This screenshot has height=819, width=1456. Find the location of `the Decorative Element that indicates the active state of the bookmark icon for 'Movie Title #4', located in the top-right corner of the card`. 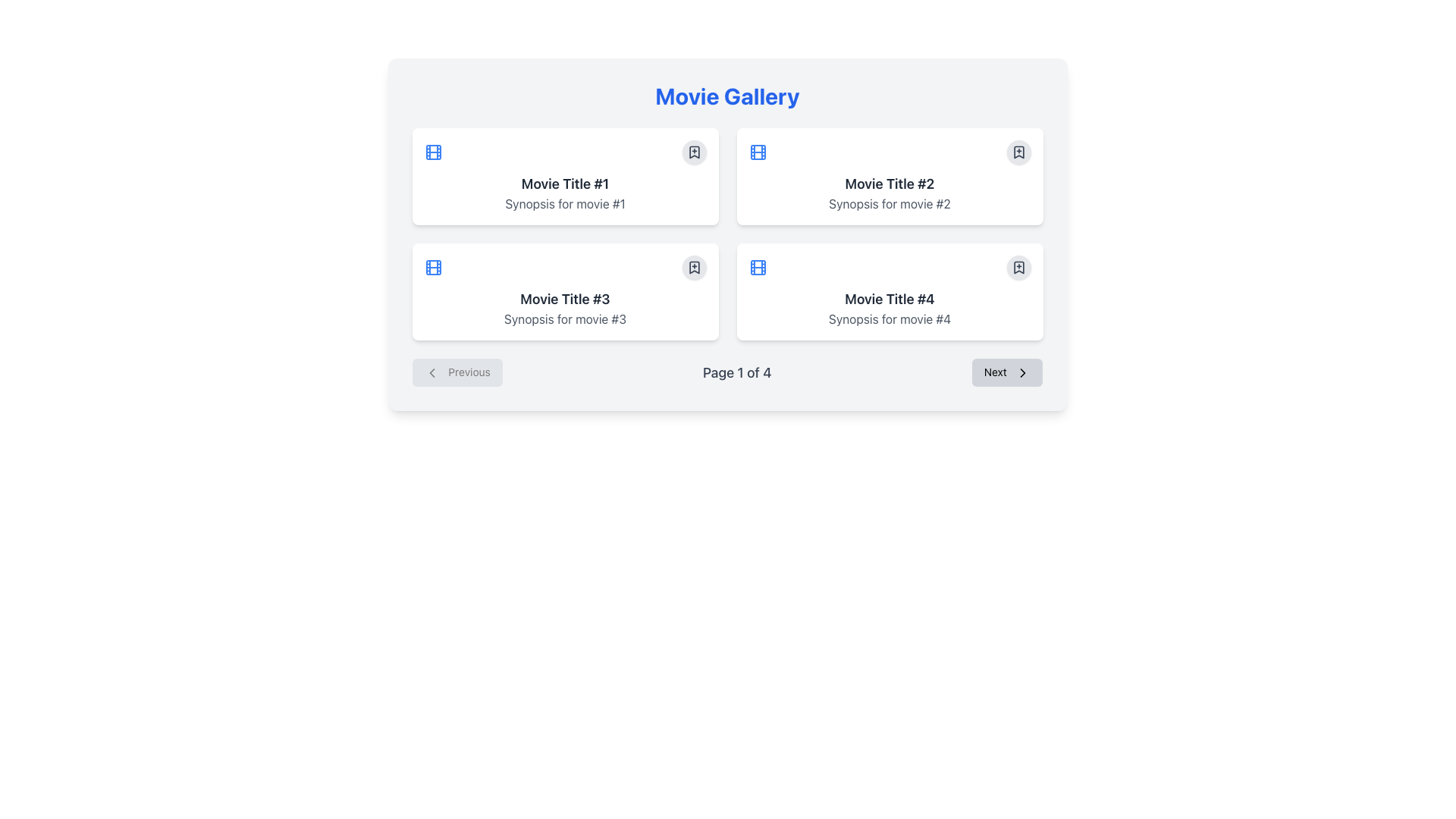

the Decorative Element that indicates the active state of the bookmark icon for 'Movie Title #4', located in the top-right corner of the card is located at coordinates (1018, 267).